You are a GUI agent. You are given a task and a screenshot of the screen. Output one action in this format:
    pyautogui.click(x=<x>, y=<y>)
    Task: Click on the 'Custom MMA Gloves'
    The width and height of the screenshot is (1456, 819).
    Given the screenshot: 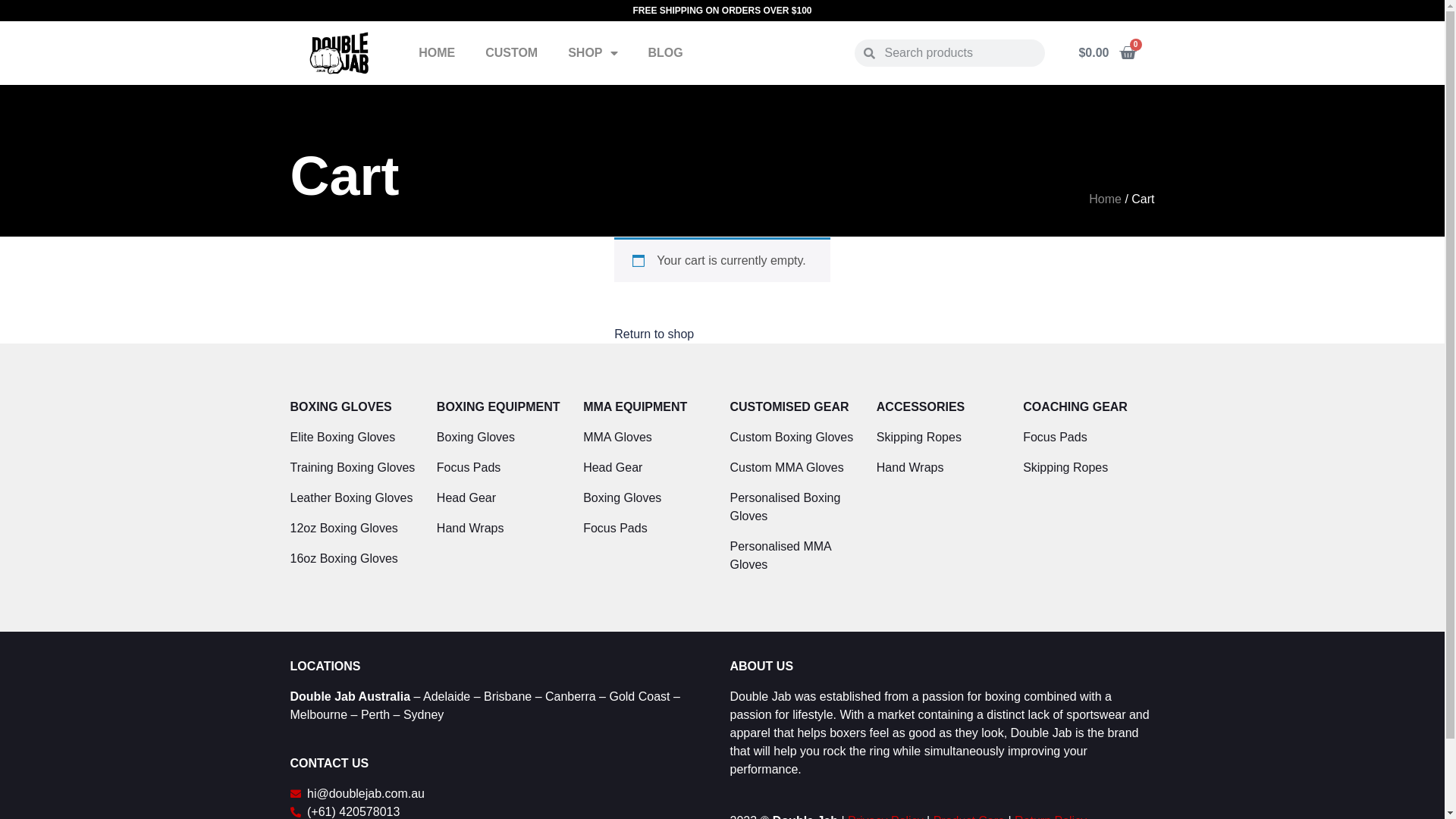 What is the action you would take?
    pyautogui.click(x=794, y=467)
    